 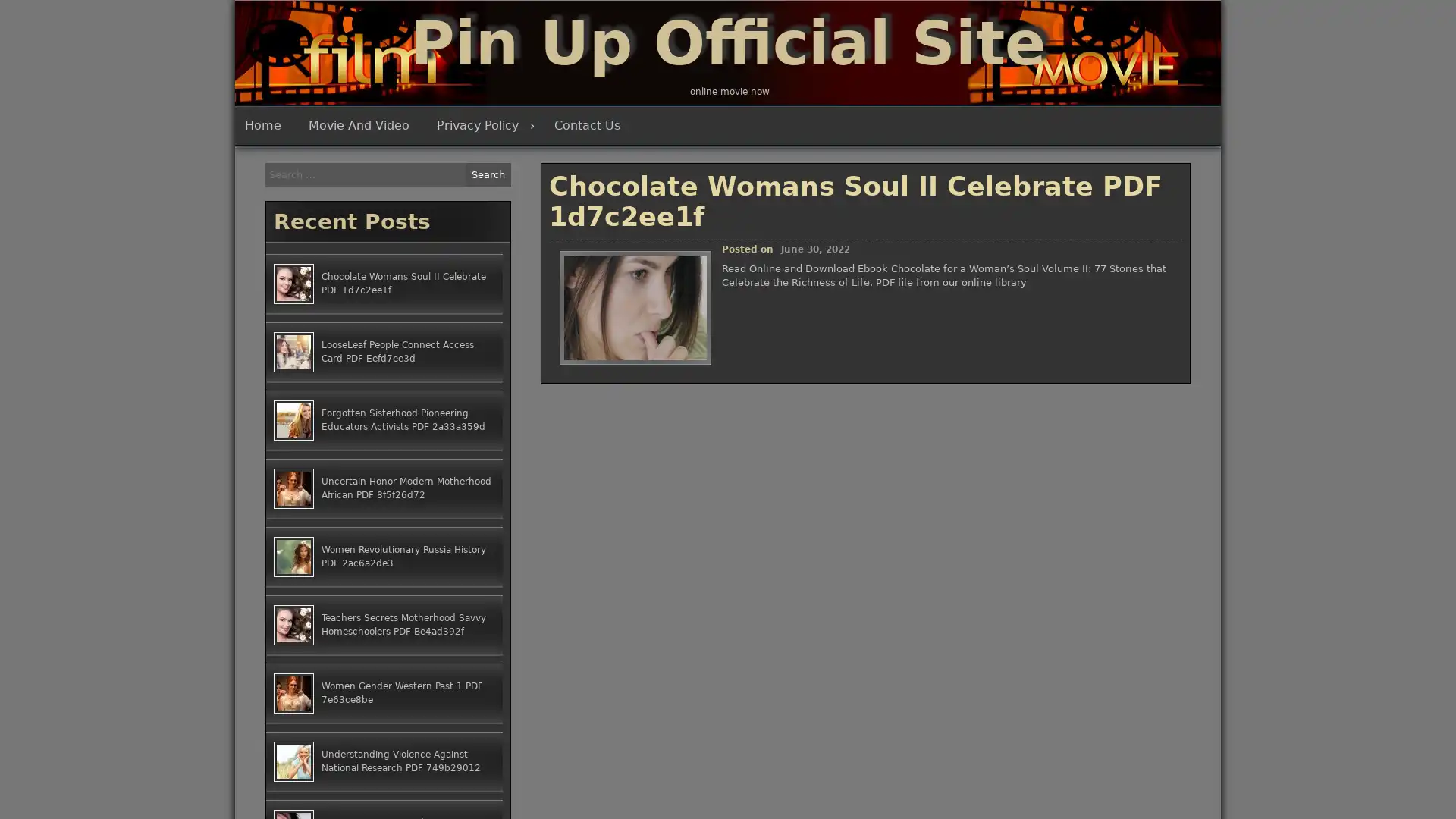 I want to click on Search, so click(x=488, y=174).